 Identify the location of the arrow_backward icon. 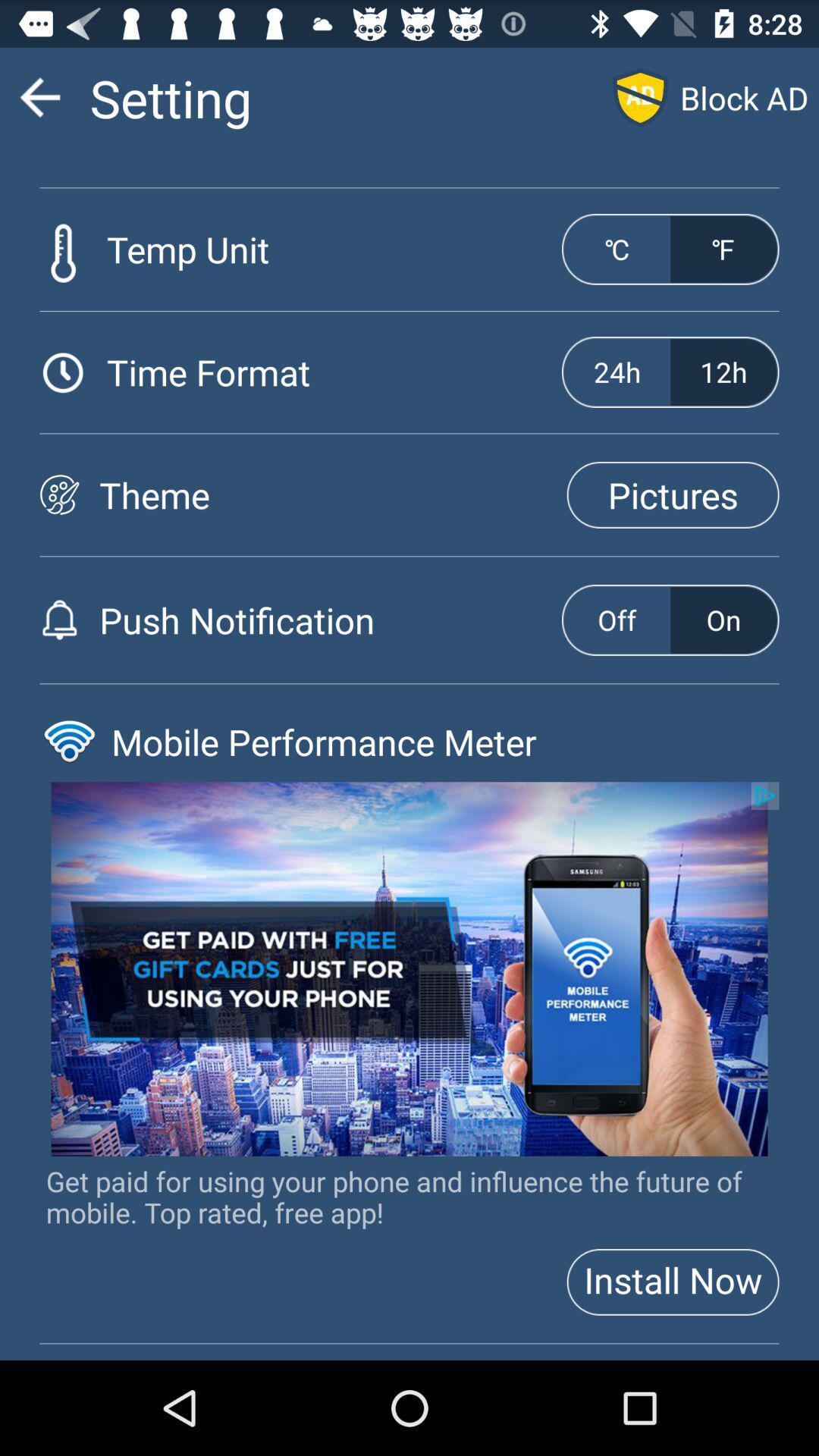
(39, 103).